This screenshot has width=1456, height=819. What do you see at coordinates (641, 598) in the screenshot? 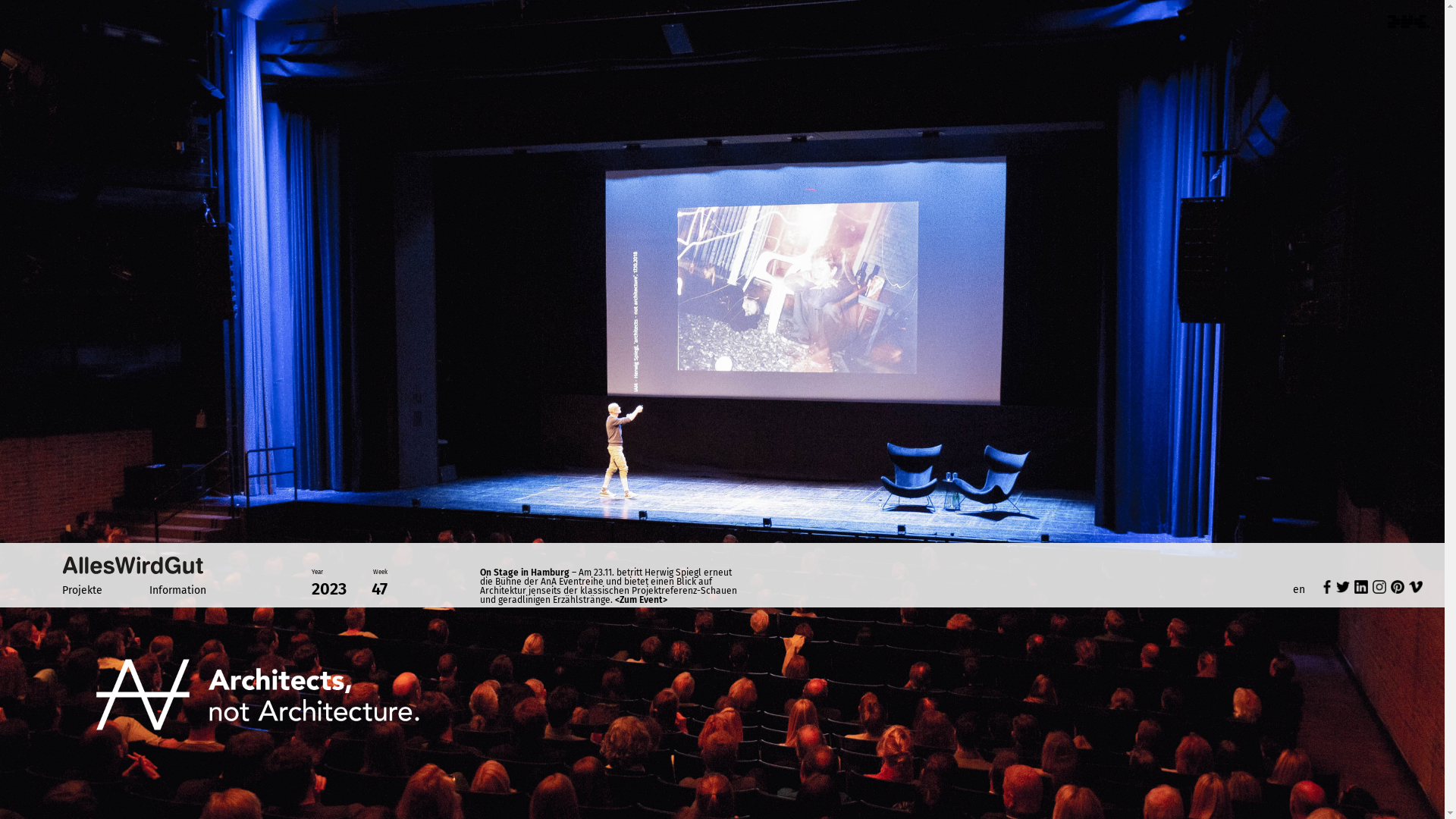
I see `'<Zum Event>'` at bounding box center [641, 598].